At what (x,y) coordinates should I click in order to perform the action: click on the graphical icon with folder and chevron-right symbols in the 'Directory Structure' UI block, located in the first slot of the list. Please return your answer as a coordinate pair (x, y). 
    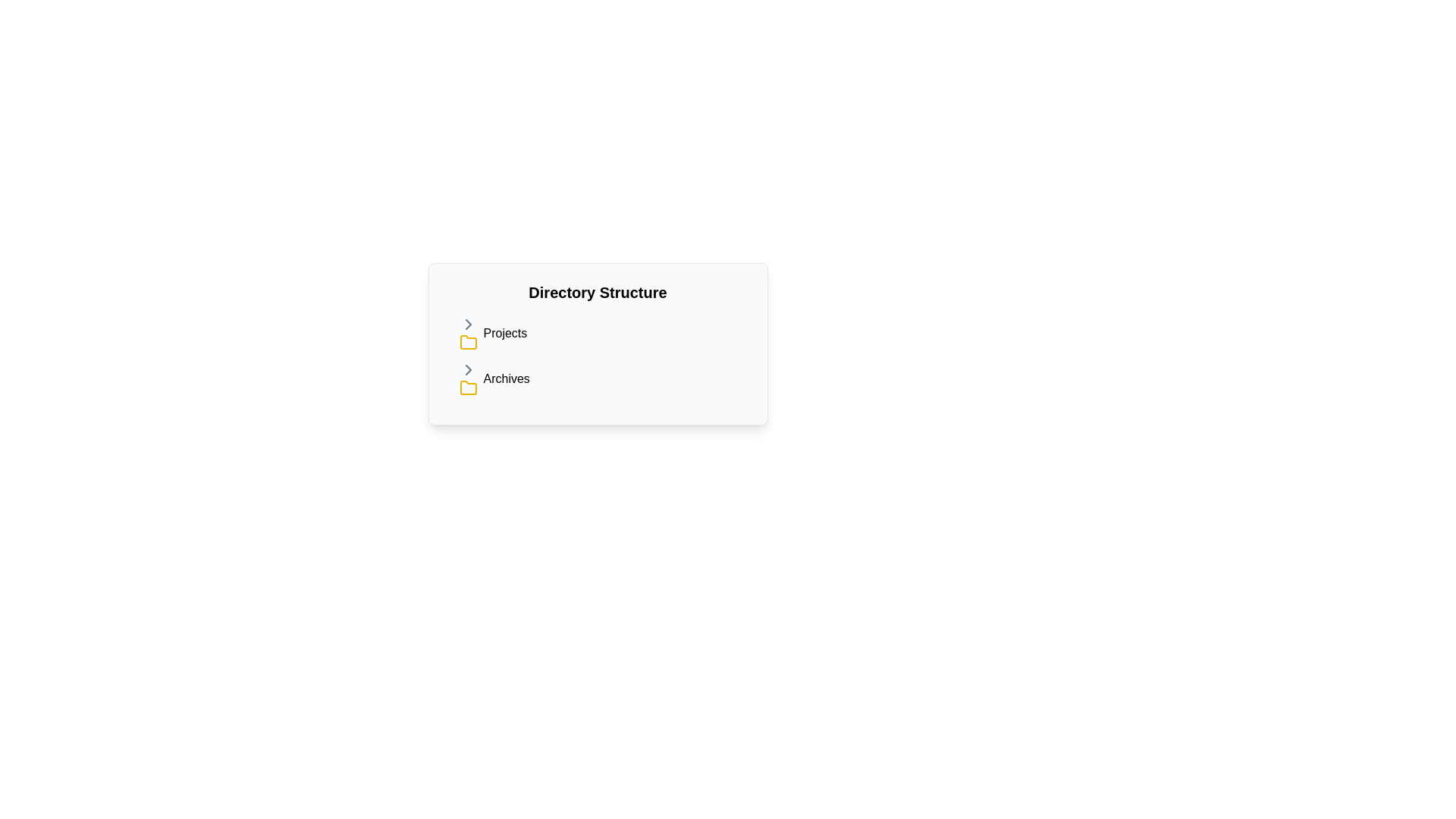
    Looking at the image, I should click on (470, 332).